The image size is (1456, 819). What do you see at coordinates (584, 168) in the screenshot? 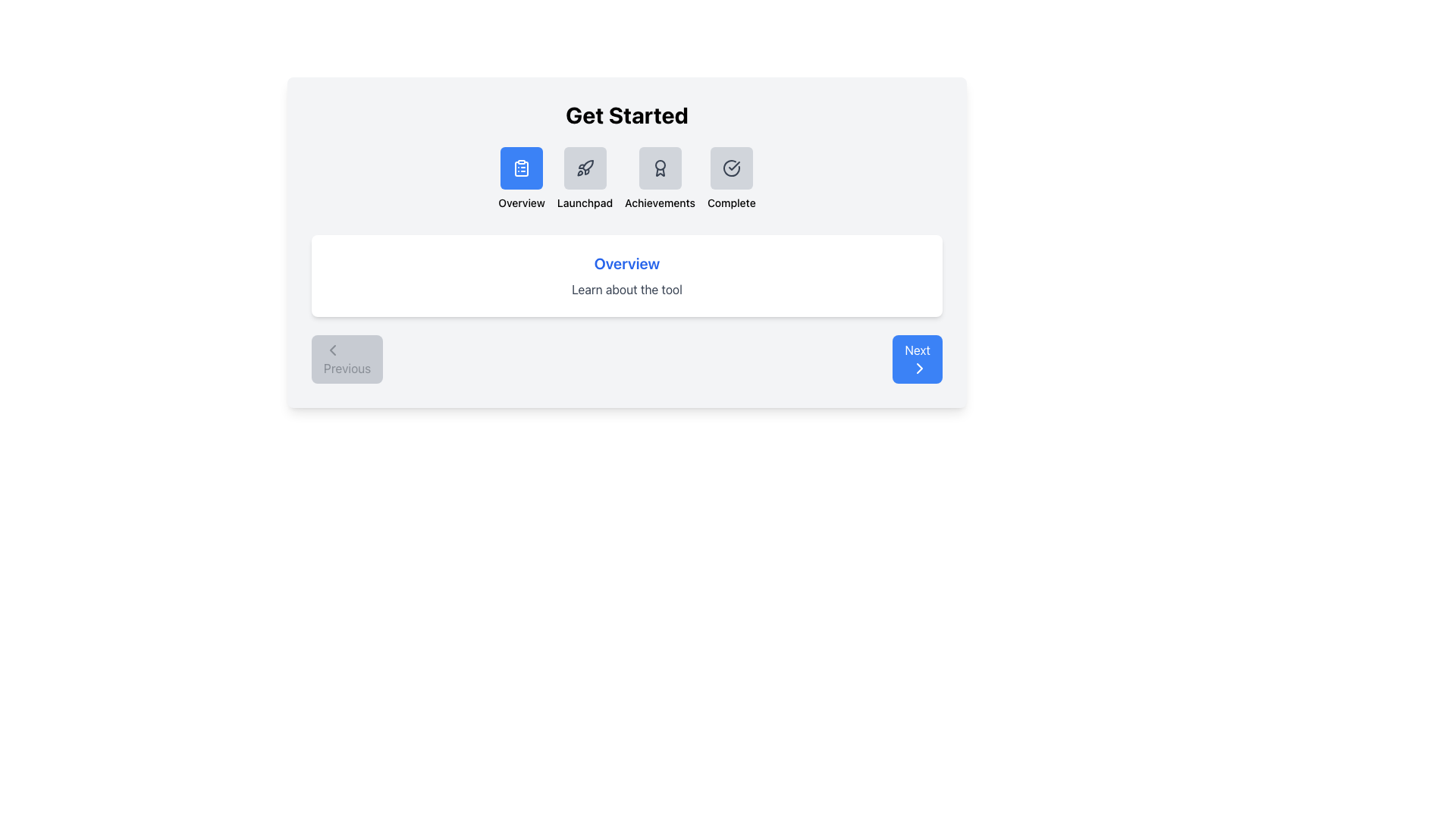
I see `the second icon in the horizontal navigation menu at the top of the main content area, which is a solid black rocket icon` at bounding box center [584, 168].